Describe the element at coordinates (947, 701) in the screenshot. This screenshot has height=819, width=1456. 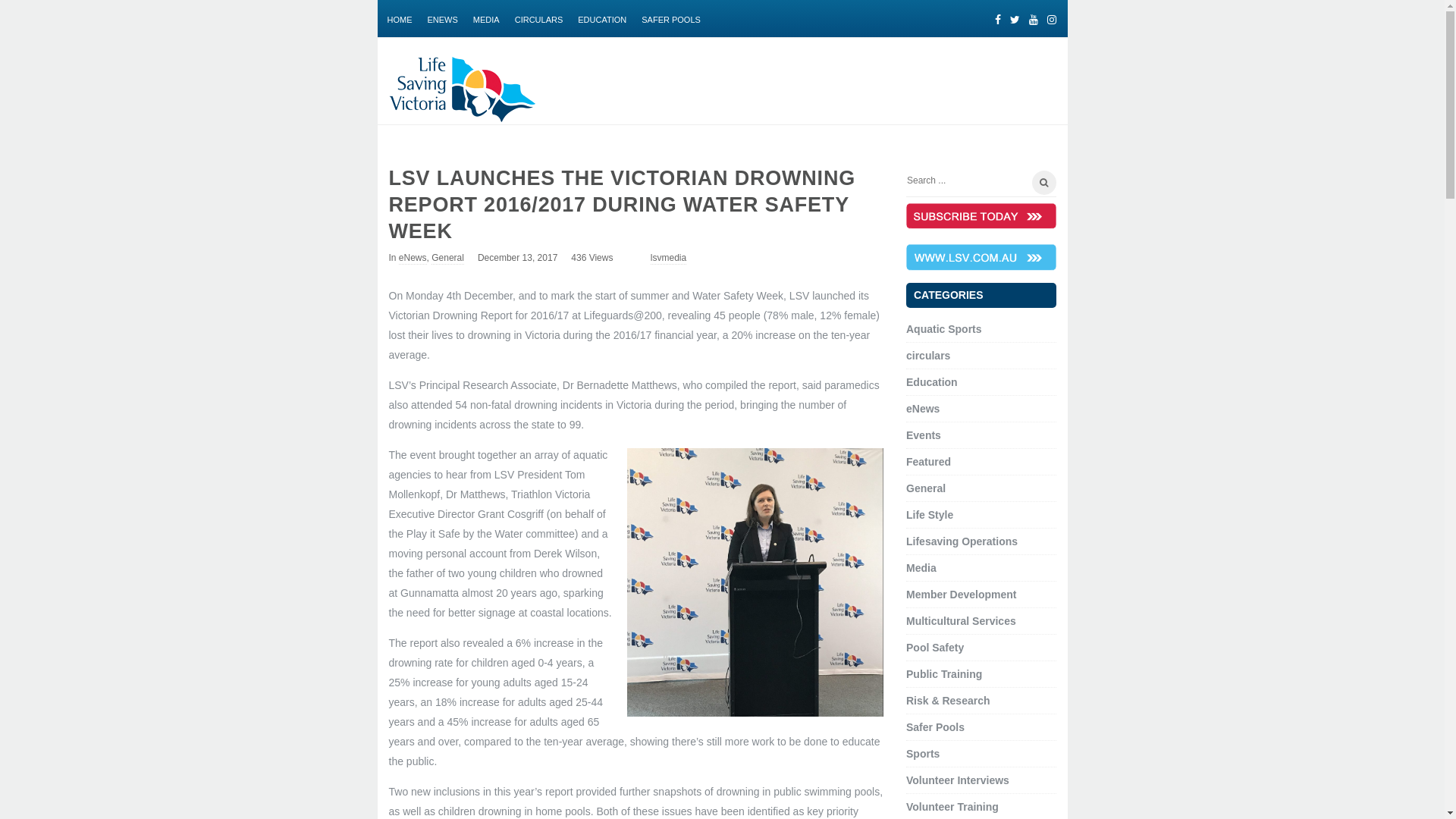
I see `'Risk & Research'` at that location.